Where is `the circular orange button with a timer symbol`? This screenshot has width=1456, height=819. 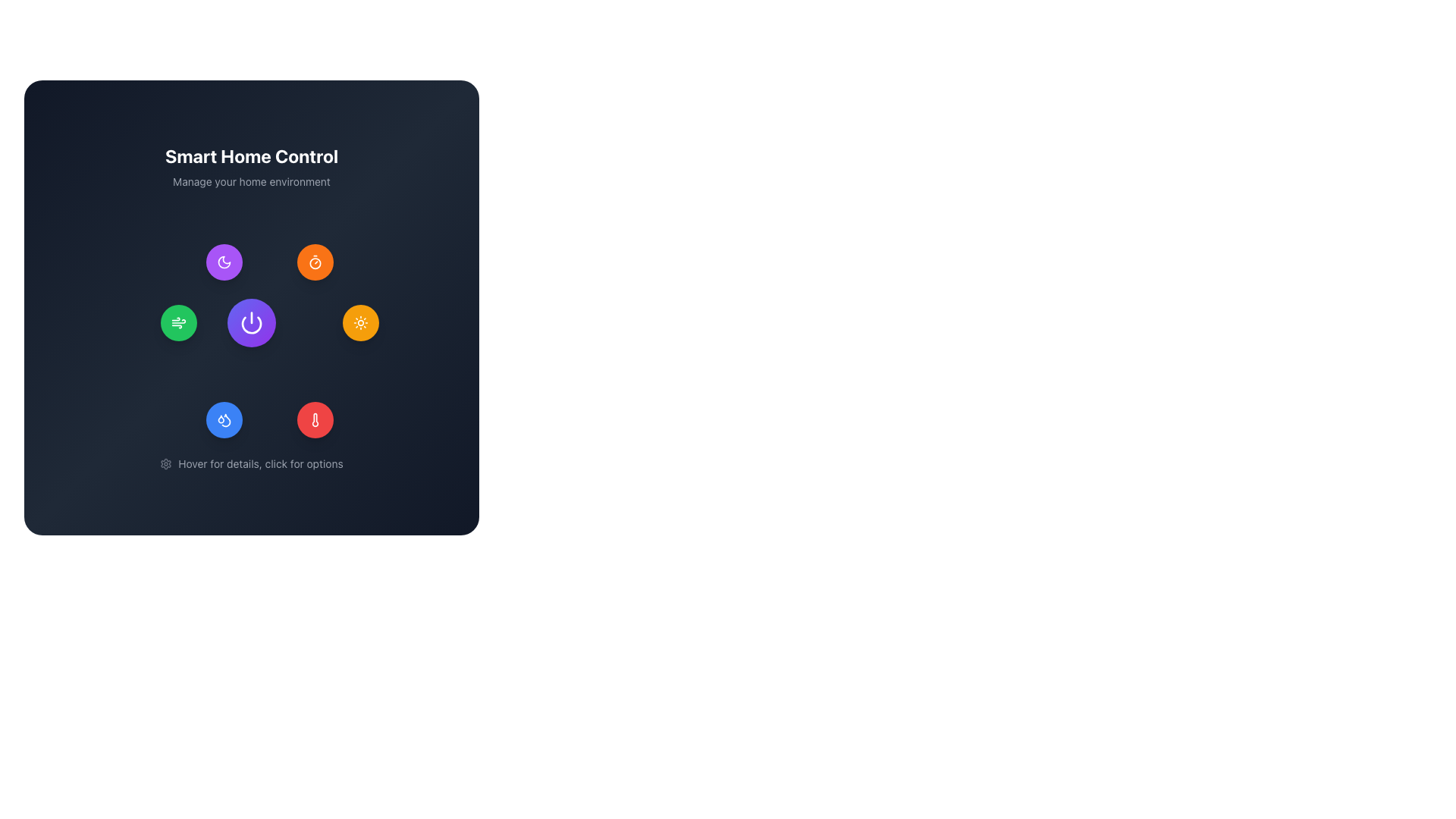
the circular orange button with a timer symbol is located at coordinates (315, 262).